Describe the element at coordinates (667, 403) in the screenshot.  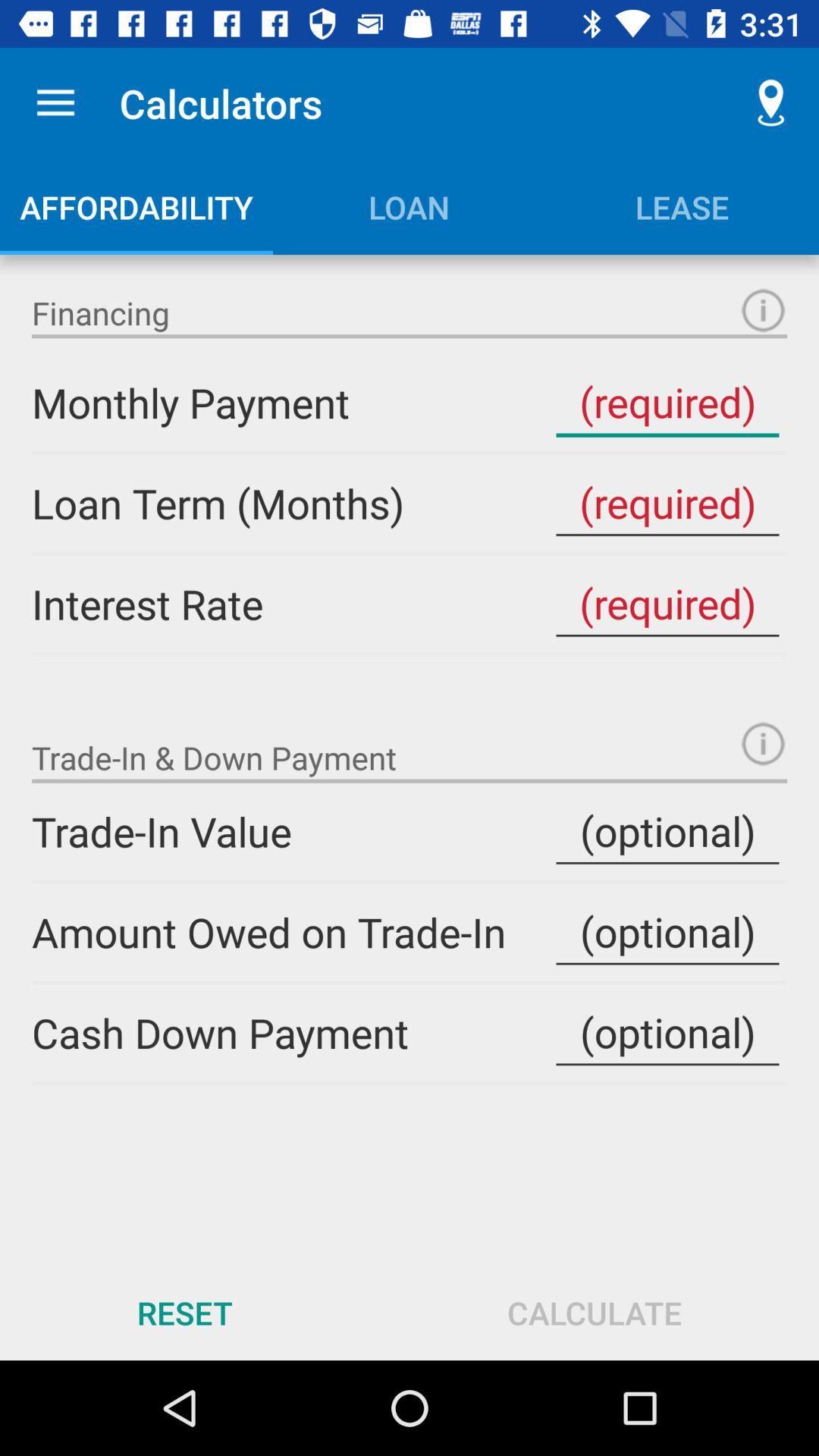
I see `the monthly payment here` at that location.